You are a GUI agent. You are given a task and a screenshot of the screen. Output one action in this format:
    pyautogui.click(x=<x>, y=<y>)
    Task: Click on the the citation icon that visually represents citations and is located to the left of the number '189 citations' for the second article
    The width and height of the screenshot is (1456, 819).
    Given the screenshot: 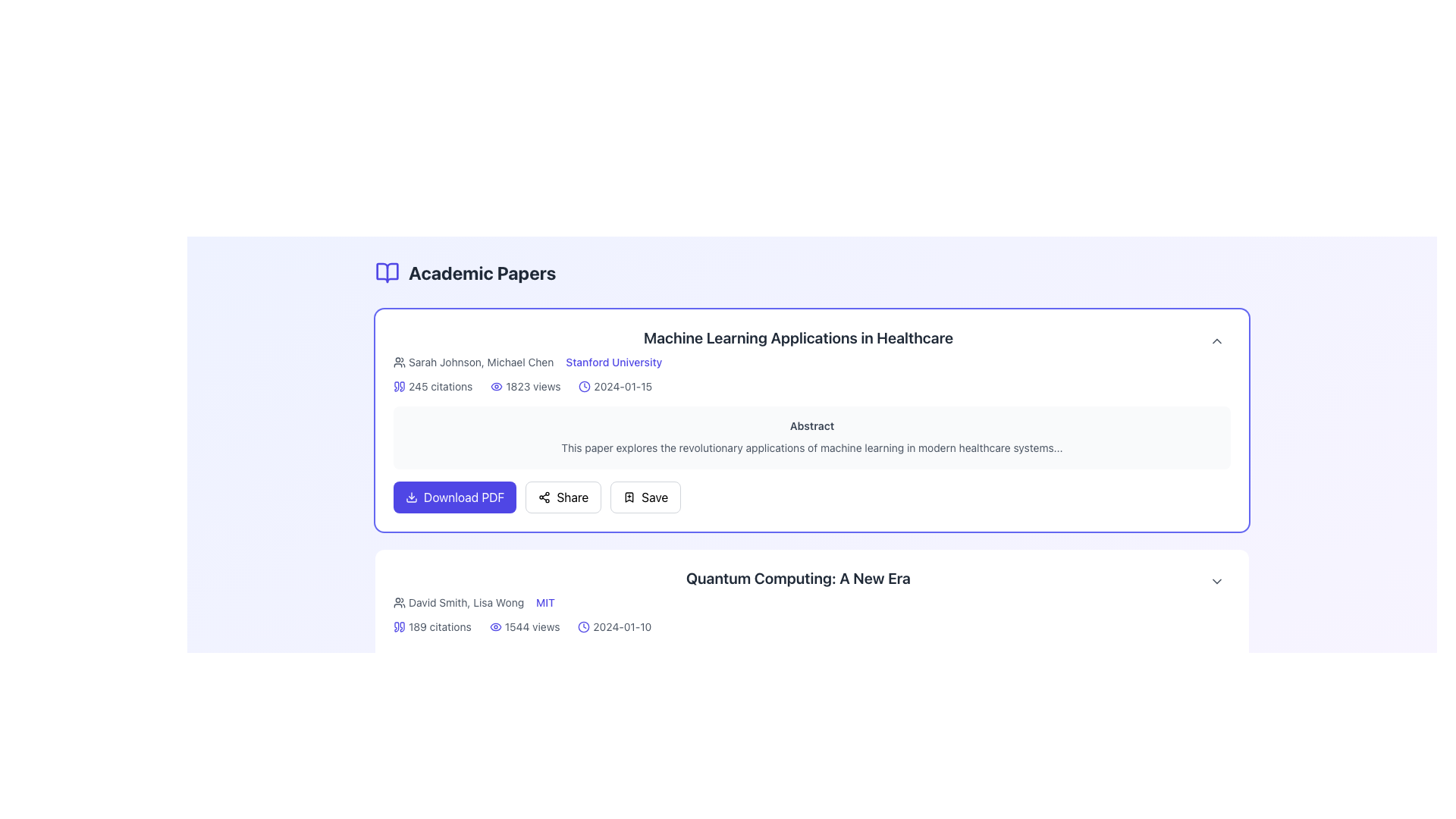 What is the action you would take?
    pyautogui.click(x=402, y=626)
    